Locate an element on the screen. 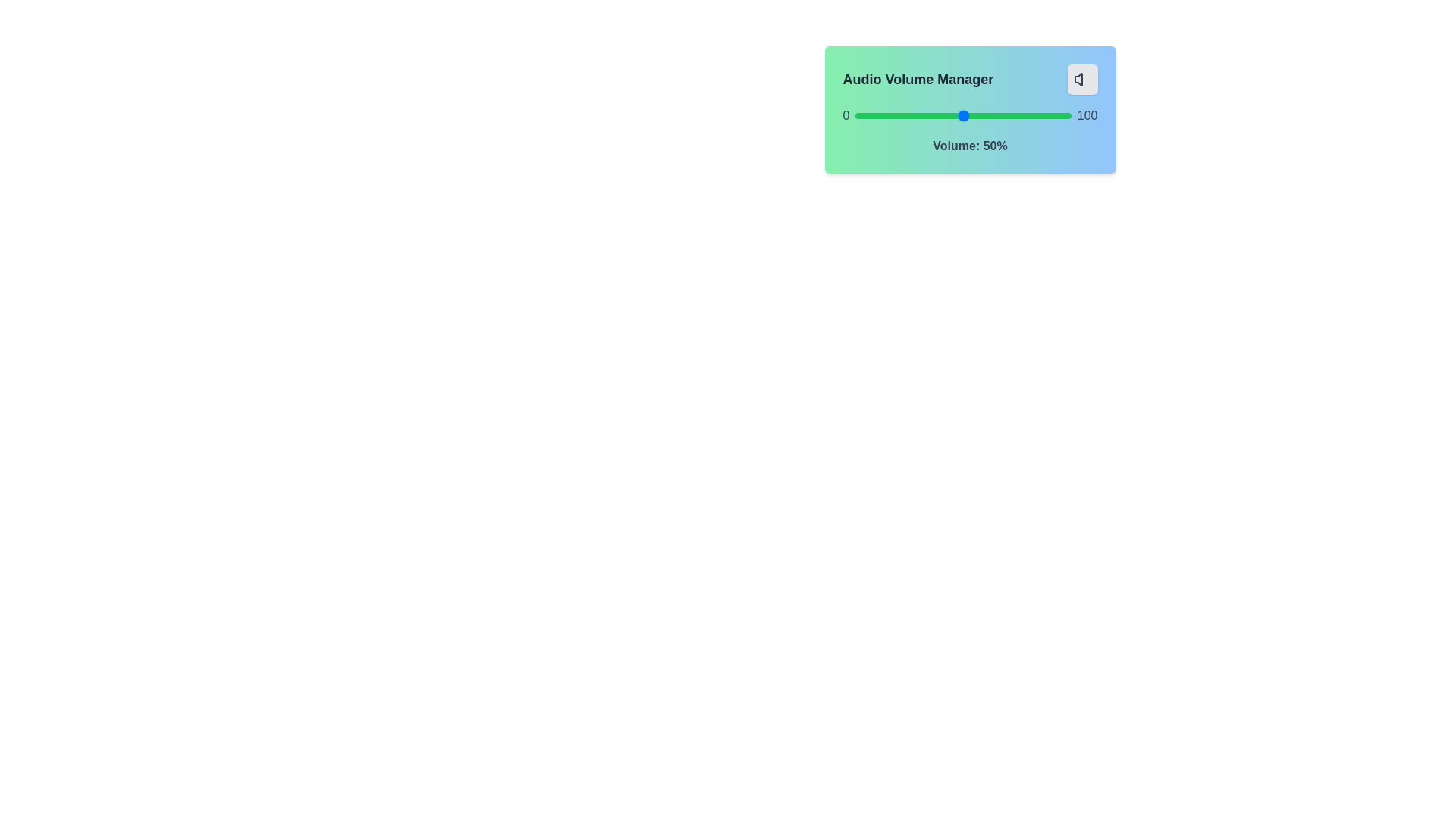 Image resolution: width=1456 pixels, height=819 pixels. the slider is located at coordinates (1021, 115).